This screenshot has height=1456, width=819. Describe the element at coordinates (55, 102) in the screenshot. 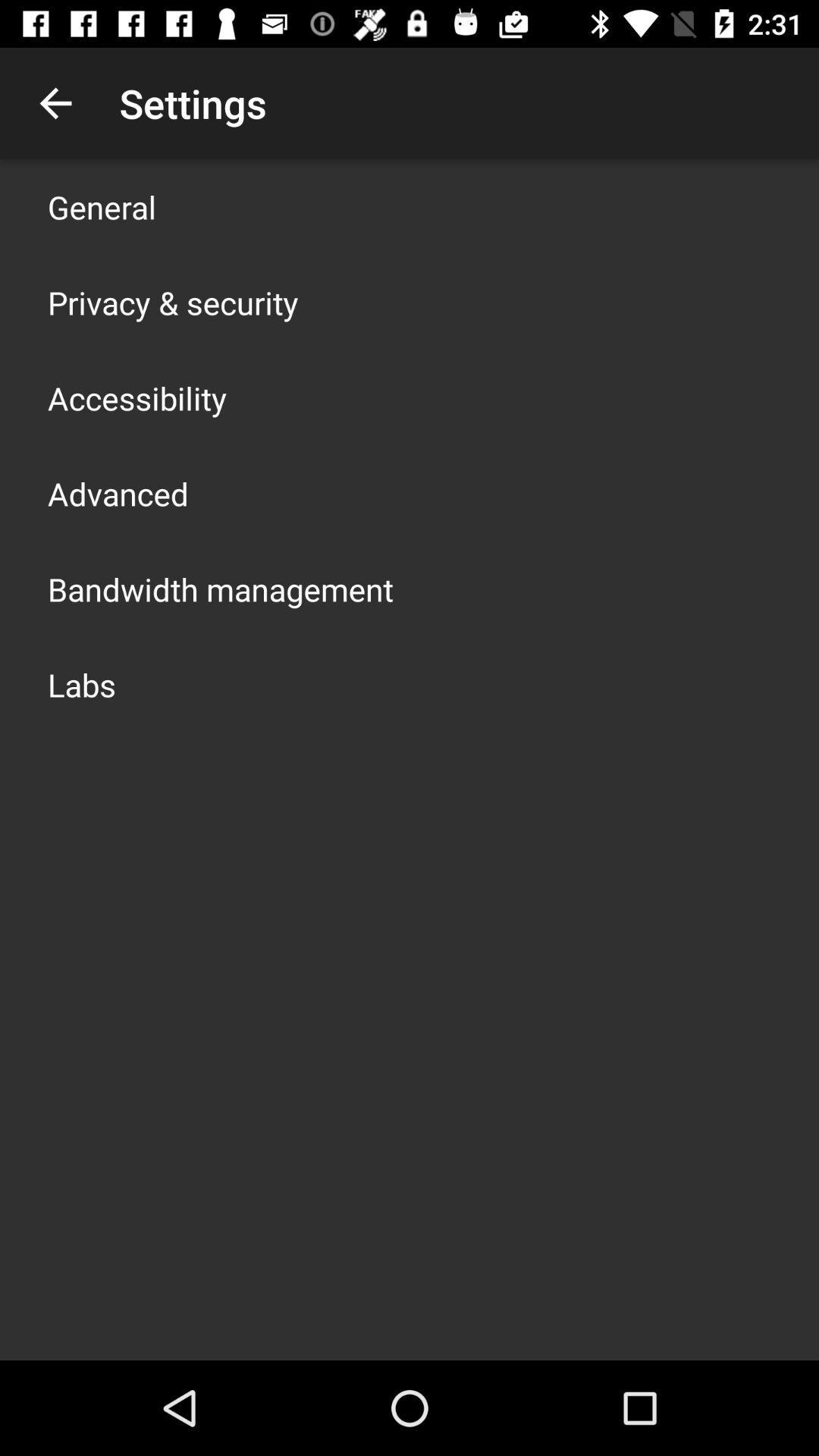

I see `the app to the left of settings app` at that location.